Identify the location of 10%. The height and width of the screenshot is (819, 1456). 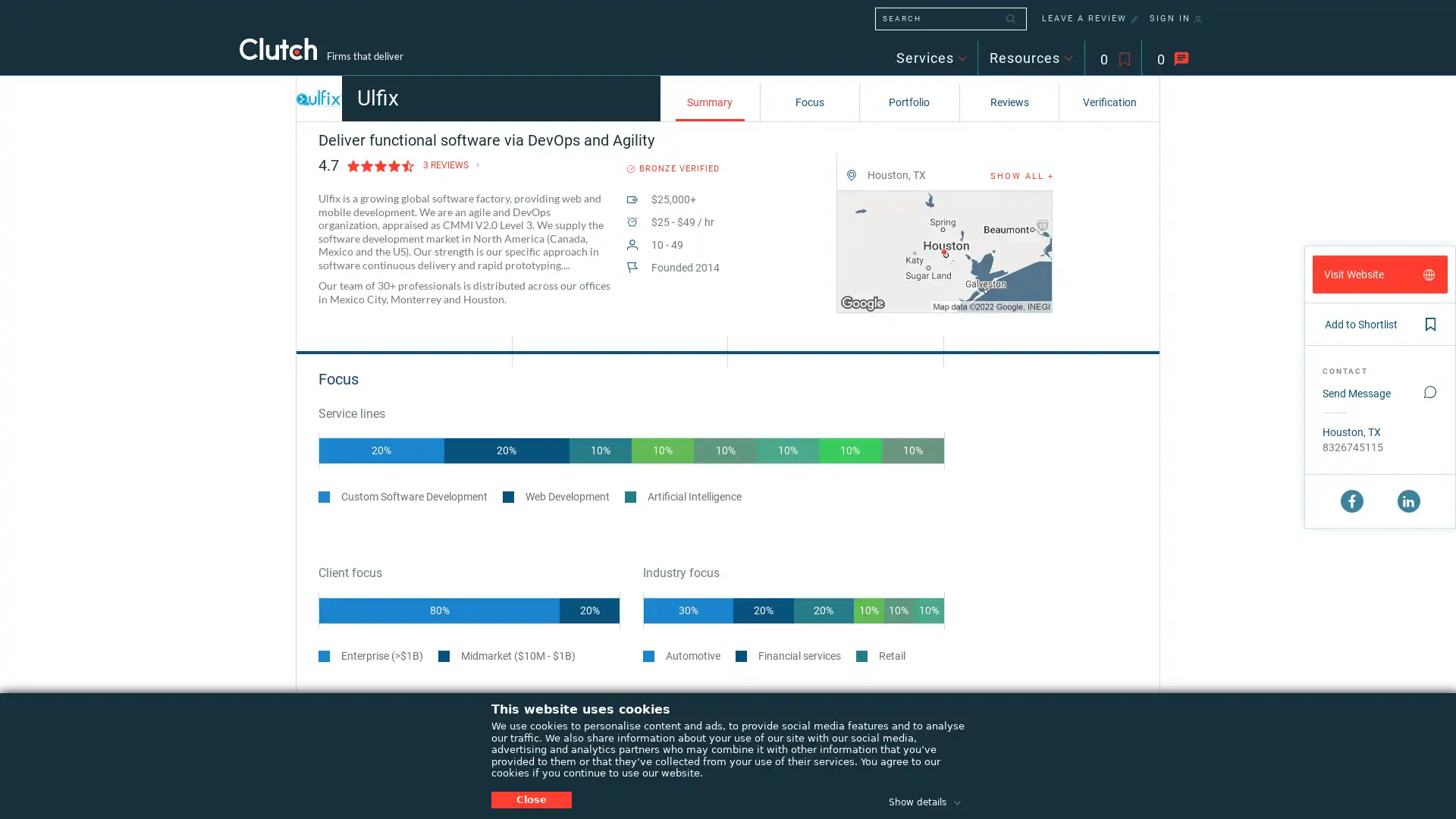
(787, 450).